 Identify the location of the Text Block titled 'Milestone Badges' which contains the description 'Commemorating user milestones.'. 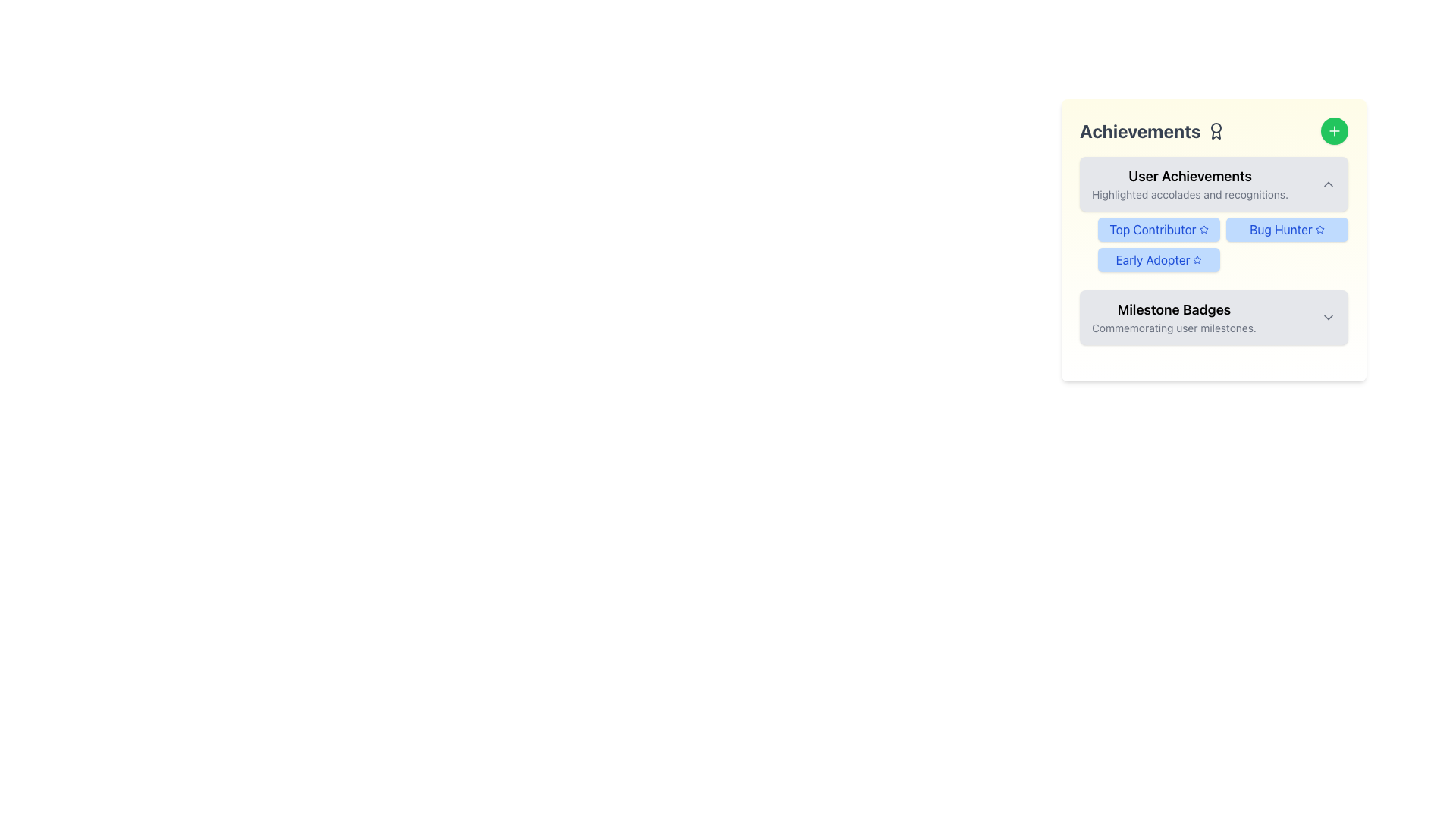
(1173, 317).